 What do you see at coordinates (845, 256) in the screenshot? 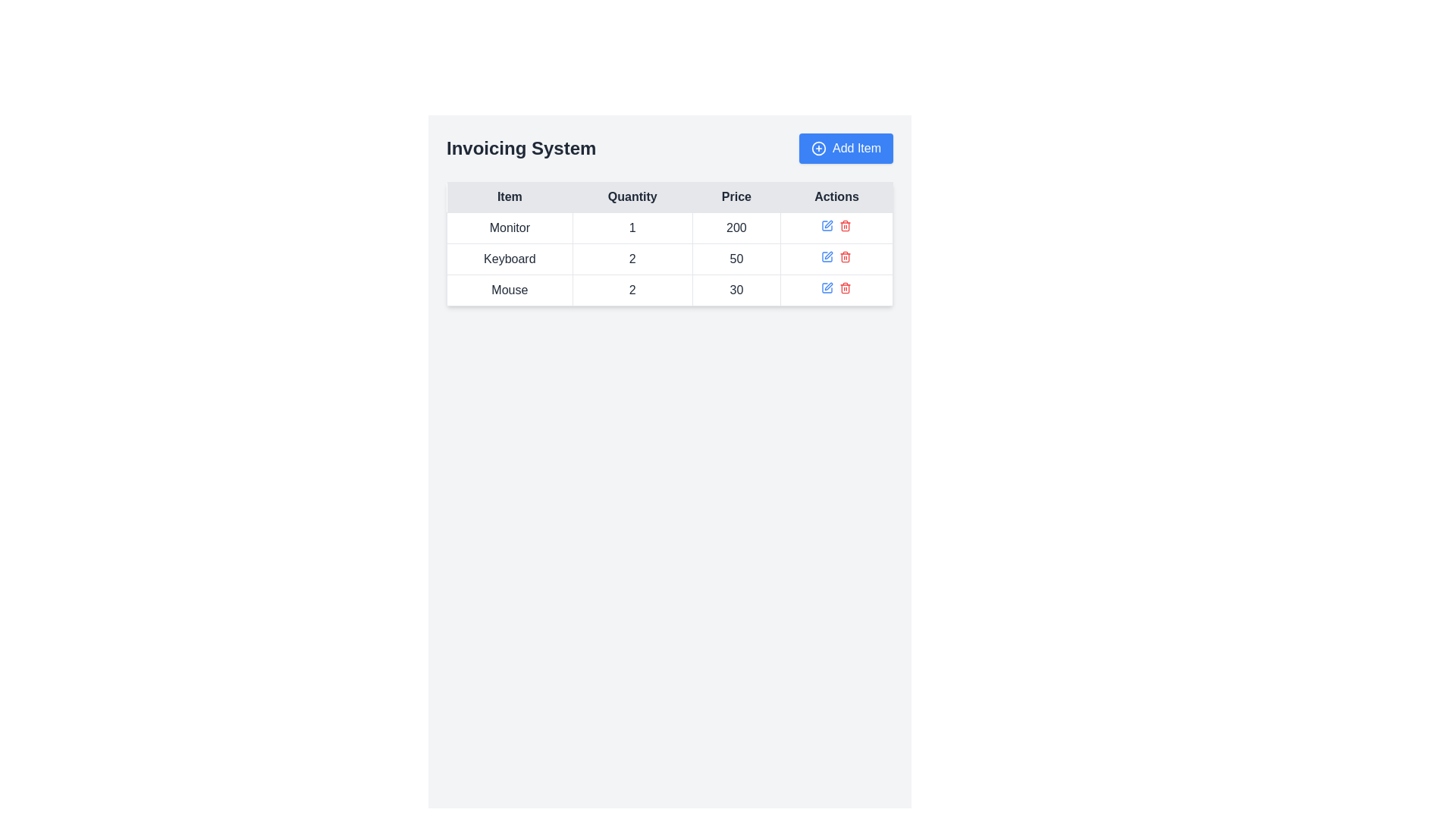
I see `the small red trash can icon in the third row of the 'Actions' column to observe any tooltip or visual feedback` at bounding box center [845, 256].